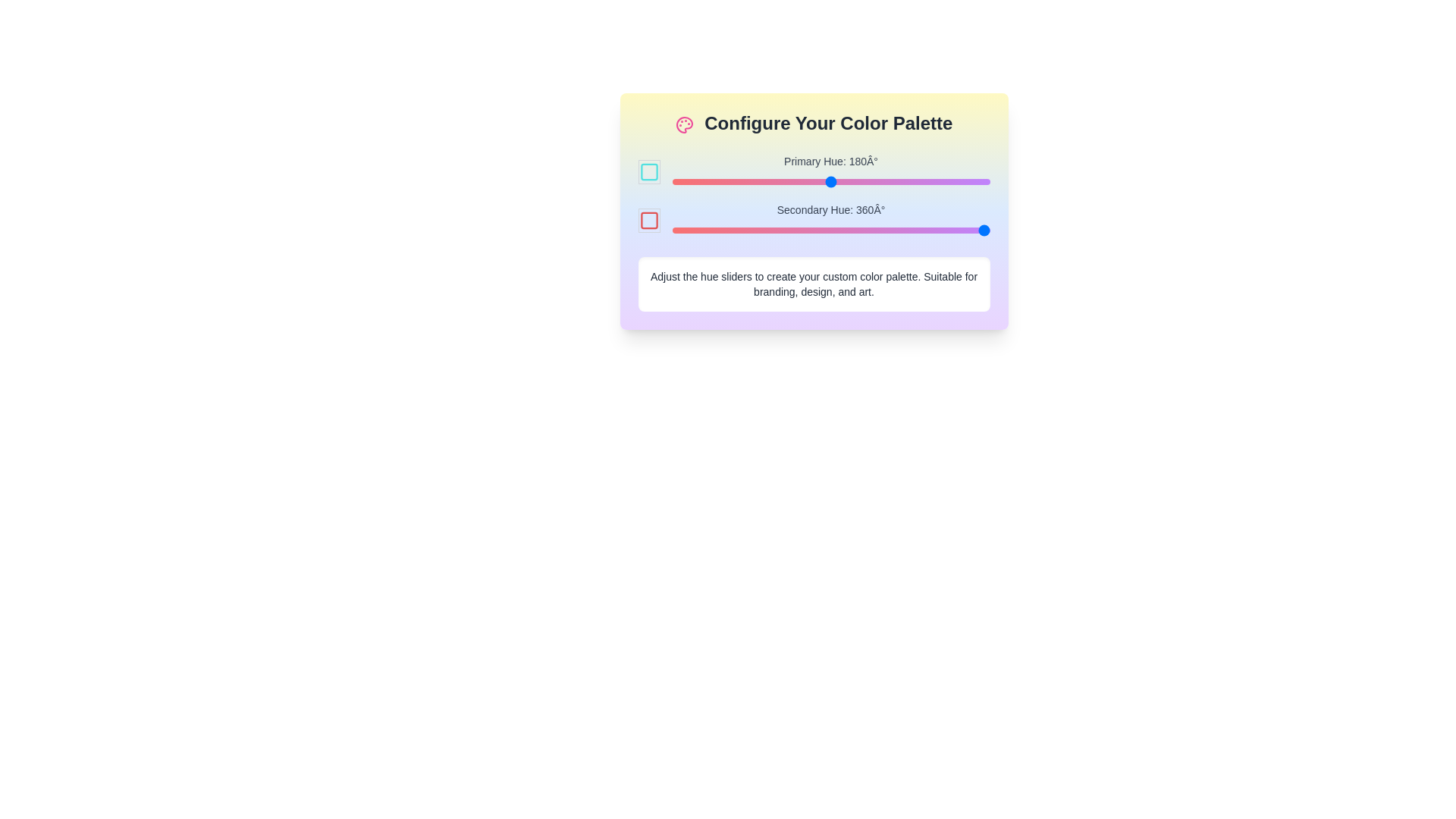 Image resolution: width=1456 pixels, height=819 pixels. Describe the element at coordinates (873, 231) in the screenshot. I see `the secondary hue slider to 228°` at that location.